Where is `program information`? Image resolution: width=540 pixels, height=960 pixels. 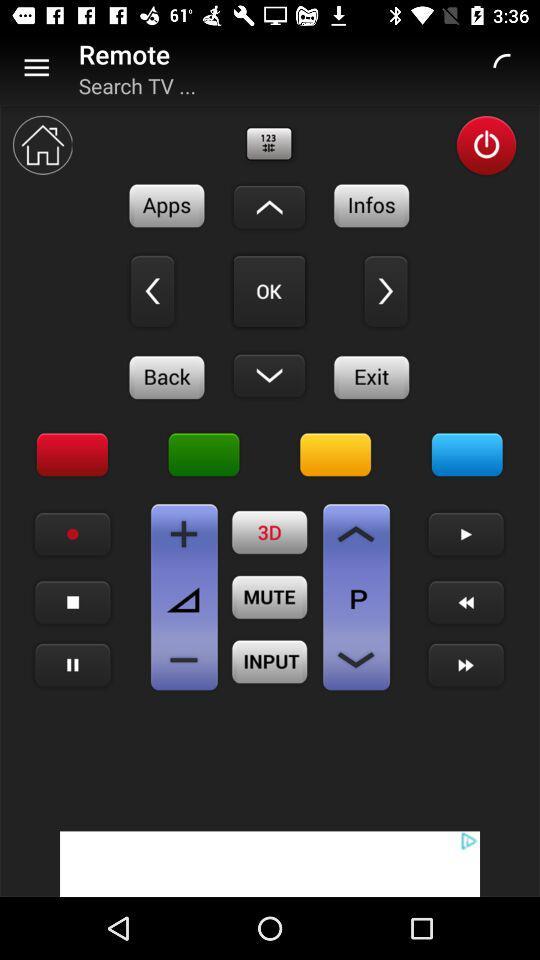 program information is located at coordinates (372, 205).